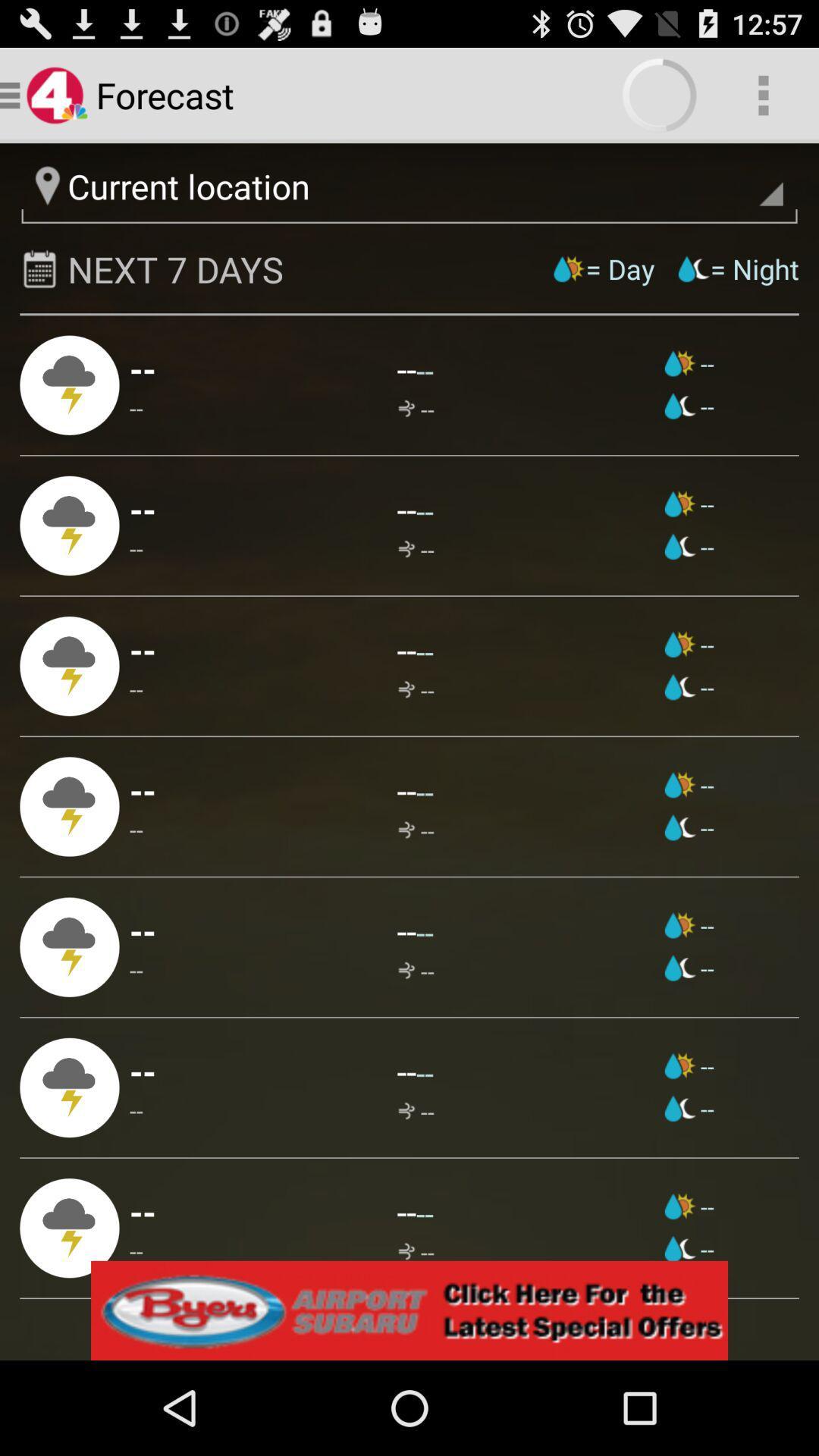 This screenshot has width=819, height=1456. Describe the element at coordinates (416, 689) in the screenshot. I see `icon to the right of -- item` at that location.